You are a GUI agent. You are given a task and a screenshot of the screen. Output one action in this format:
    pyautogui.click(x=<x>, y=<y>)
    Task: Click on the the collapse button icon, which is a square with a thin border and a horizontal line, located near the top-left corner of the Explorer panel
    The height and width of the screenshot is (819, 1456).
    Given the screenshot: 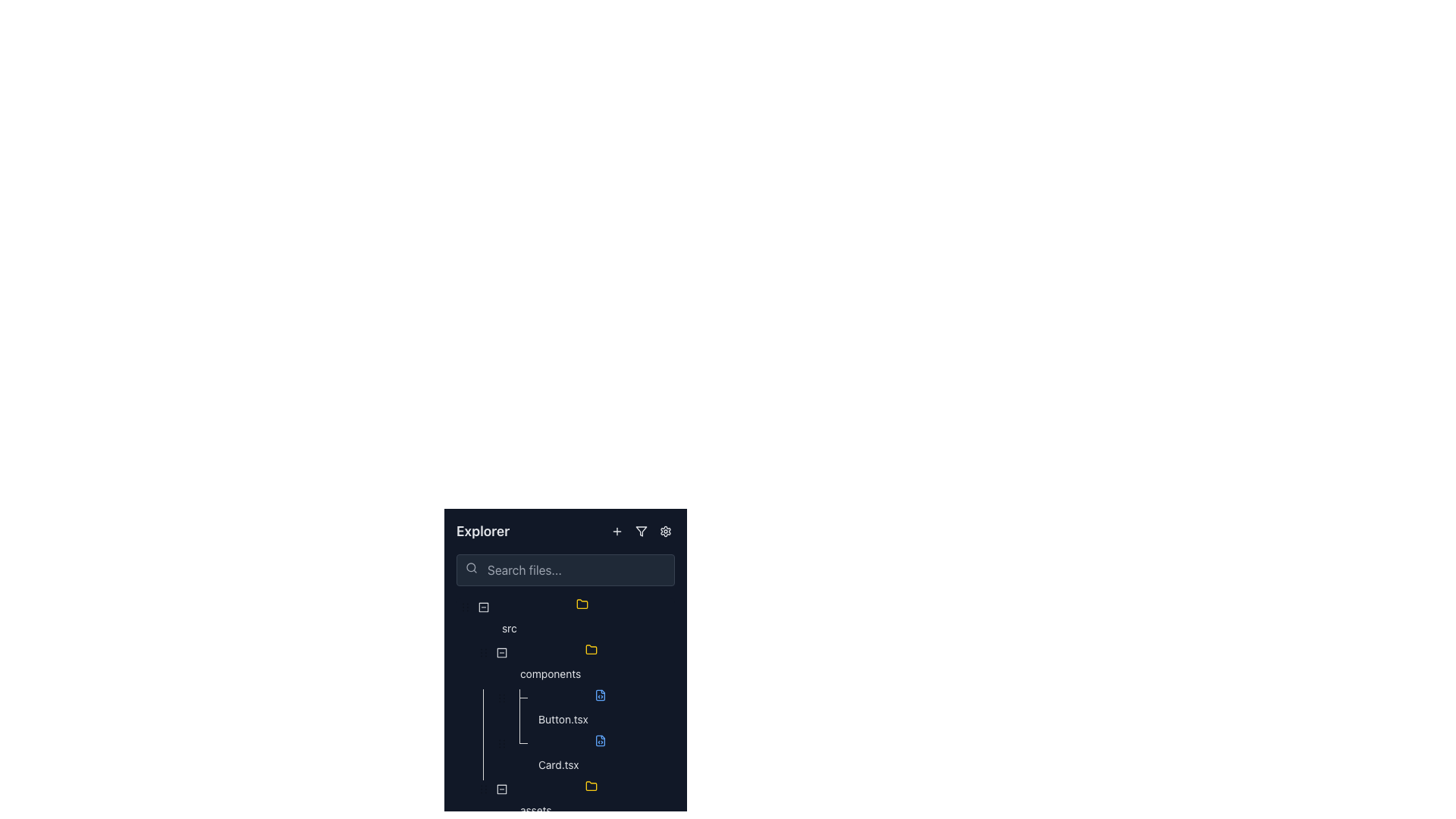 What is the action you would take?
    pyautogui.click(x=483, y=607)
    